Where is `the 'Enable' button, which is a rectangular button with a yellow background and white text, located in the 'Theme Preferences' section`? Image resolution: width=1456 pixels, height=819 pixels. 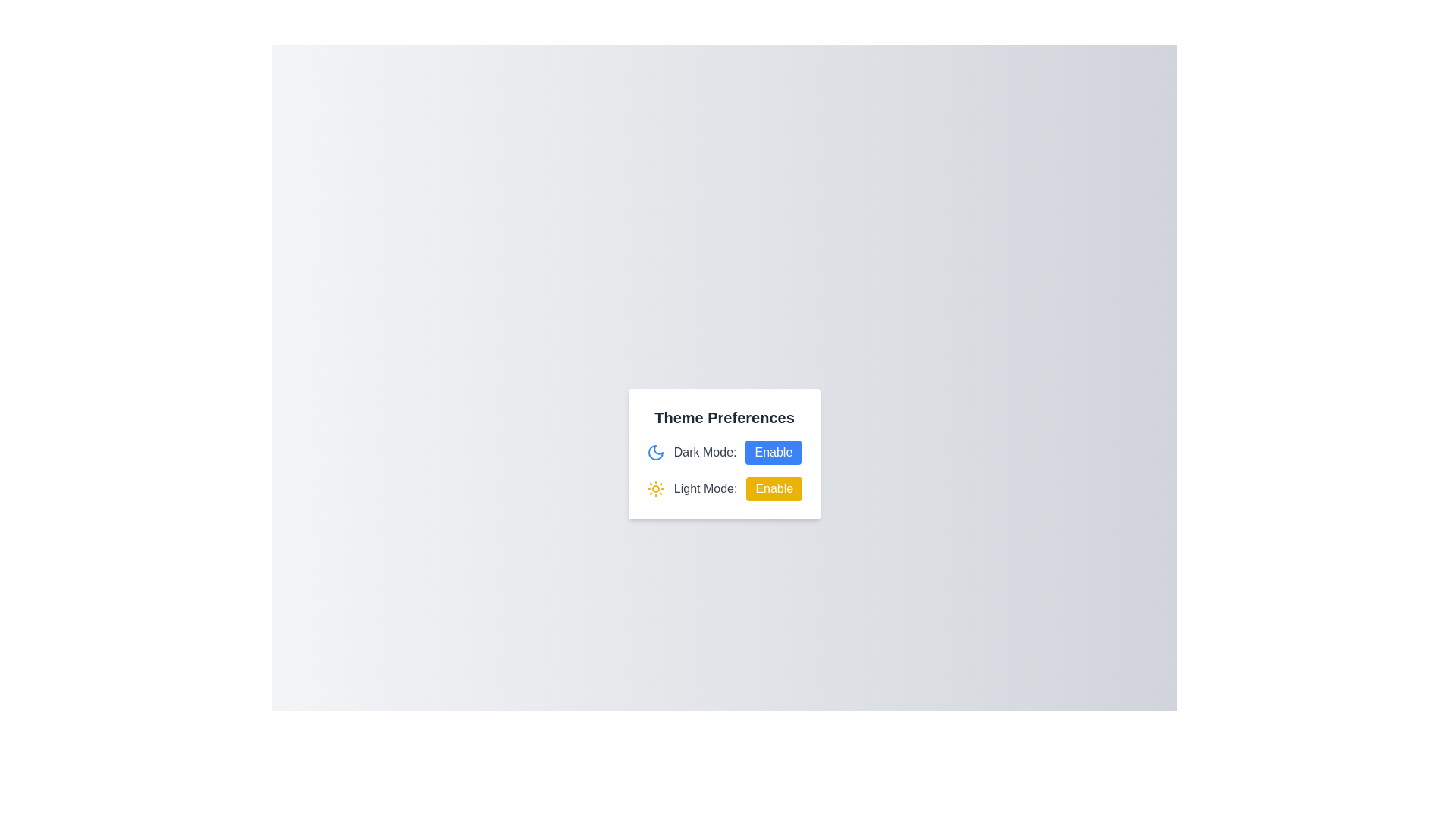 the 'Enable' button, which is a rectangular button with a yellow background and white text, located in the 'Theme Preferences' section is located at coordinates (774, 488).